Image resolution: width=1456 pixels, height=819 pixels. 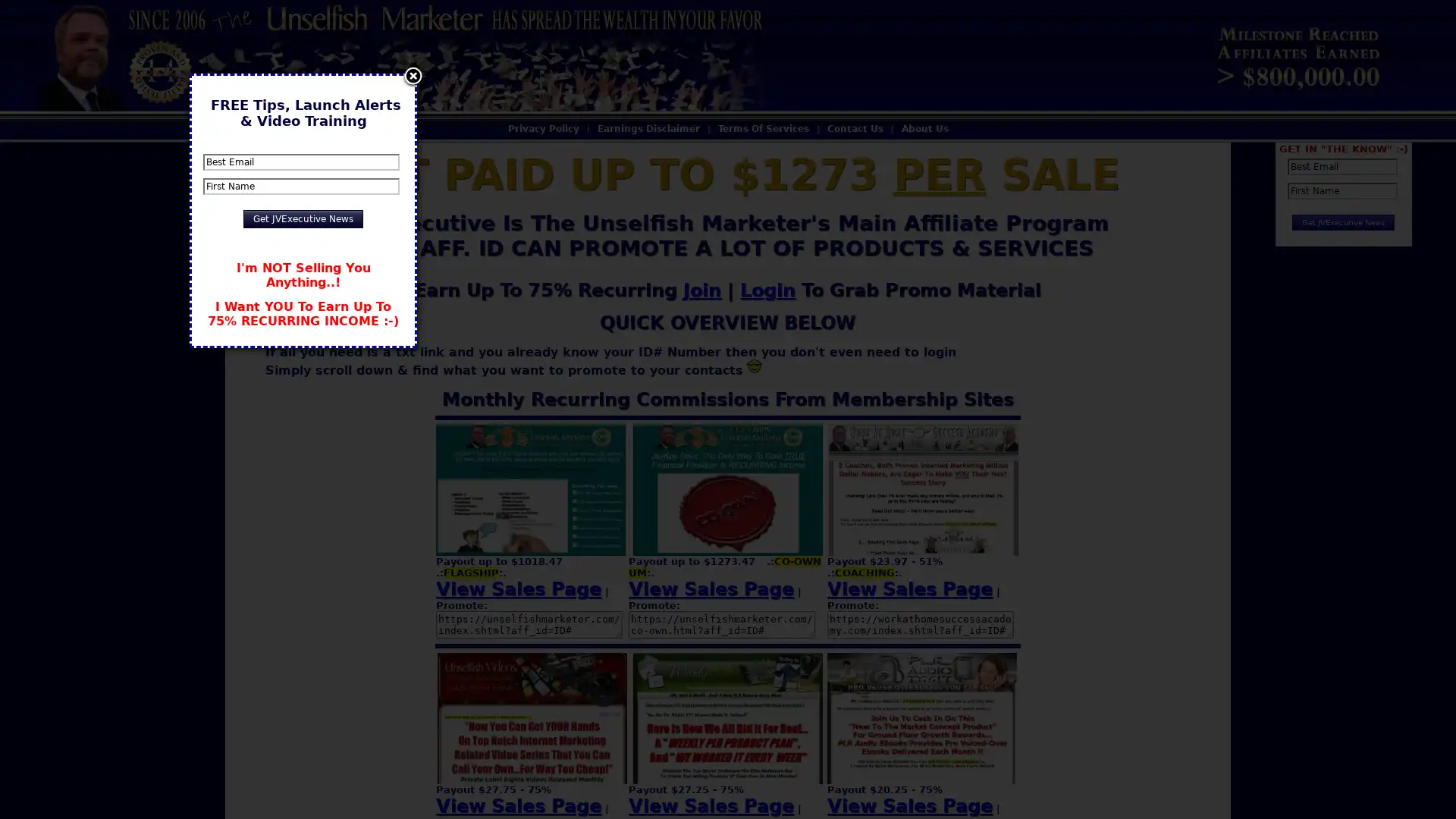 What do you see at coordinates (303, 219) in the screenshot?
I see `Get JVExecutive News` at bounding box center [303, 219].